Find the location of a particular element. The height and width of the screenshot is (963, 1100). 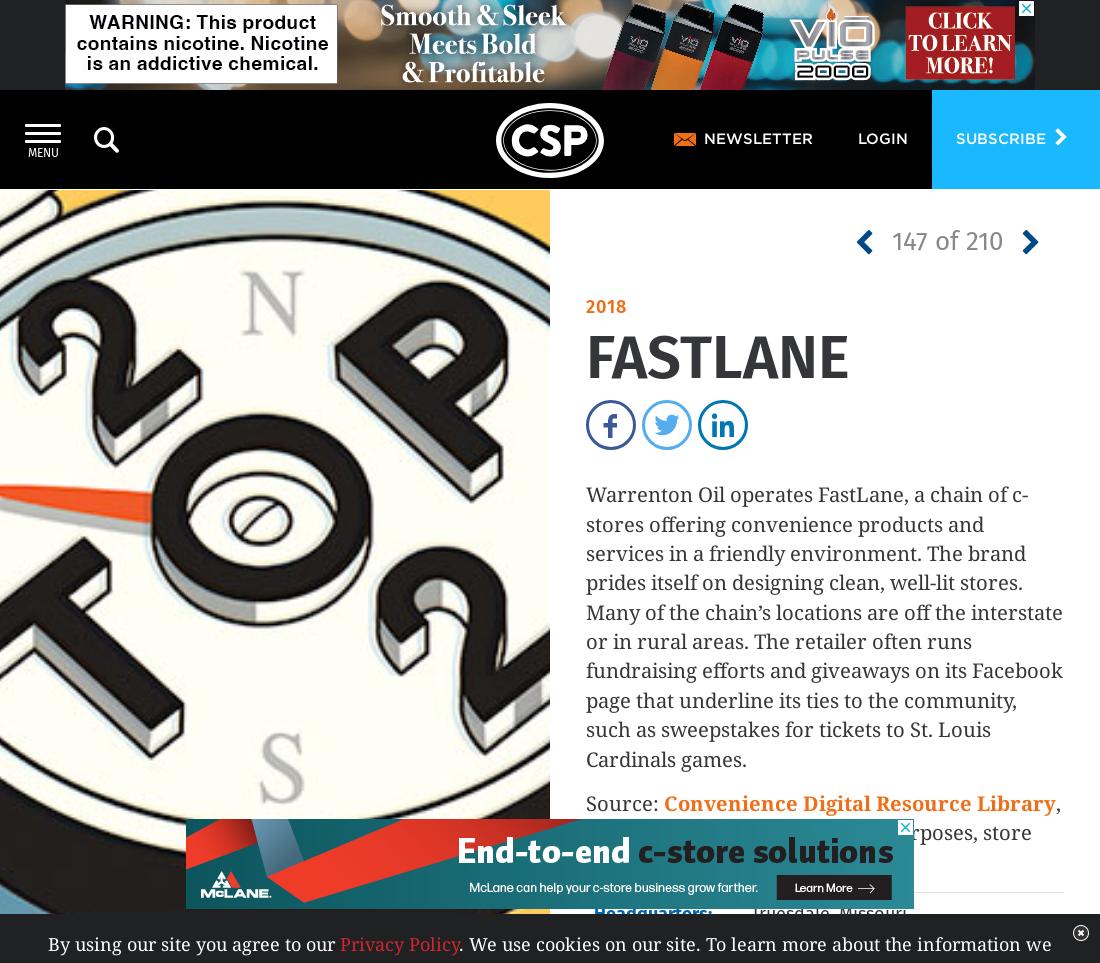

'Truesdale, Missouri' is located at coordinates (827, 912).